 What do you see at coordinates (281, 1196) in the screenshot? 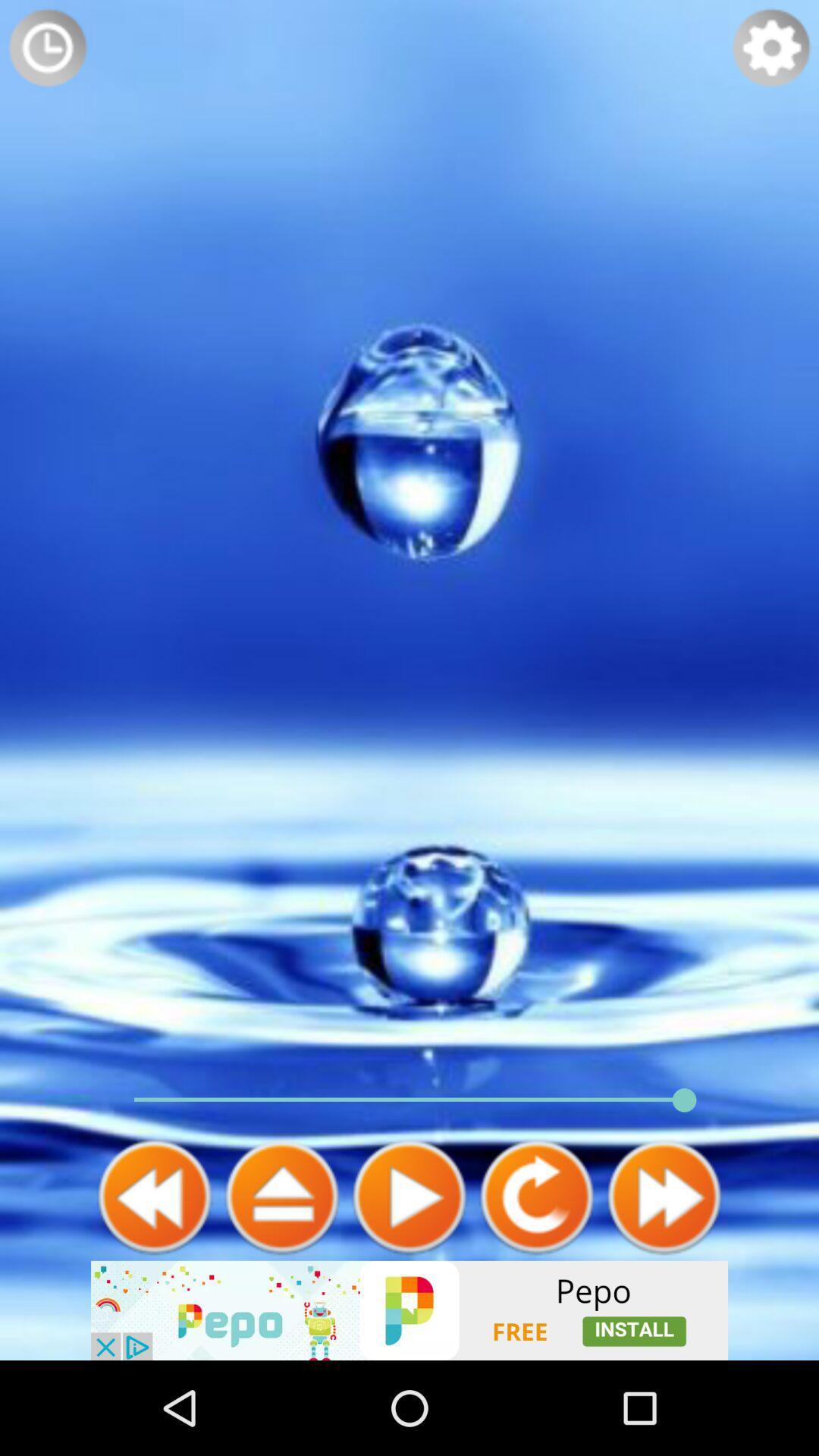
I see `eject` at bounding box center [281, 1196].